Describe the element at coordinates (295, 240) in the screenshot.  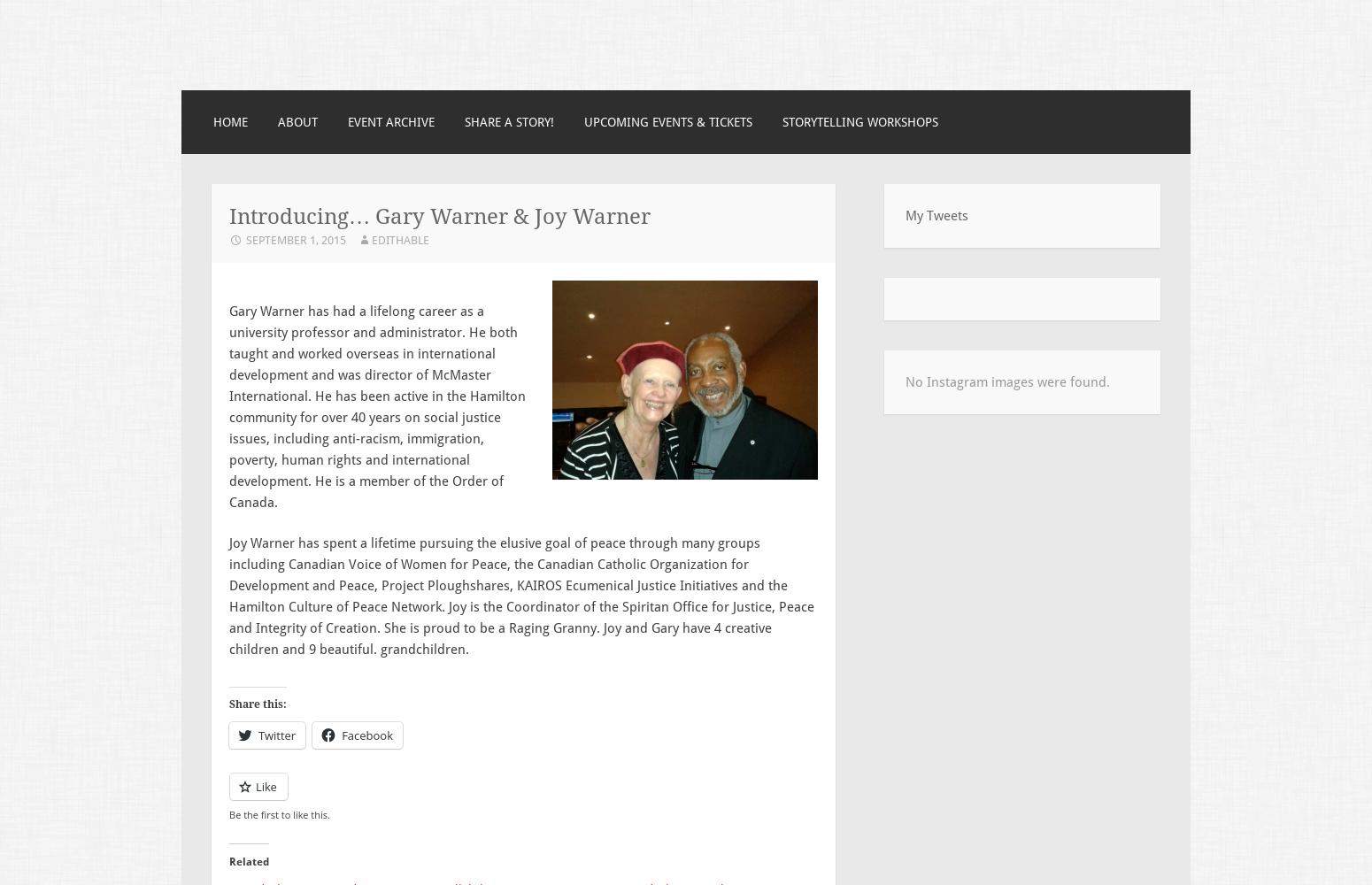
I see `'September 1, 2015'` at that location.